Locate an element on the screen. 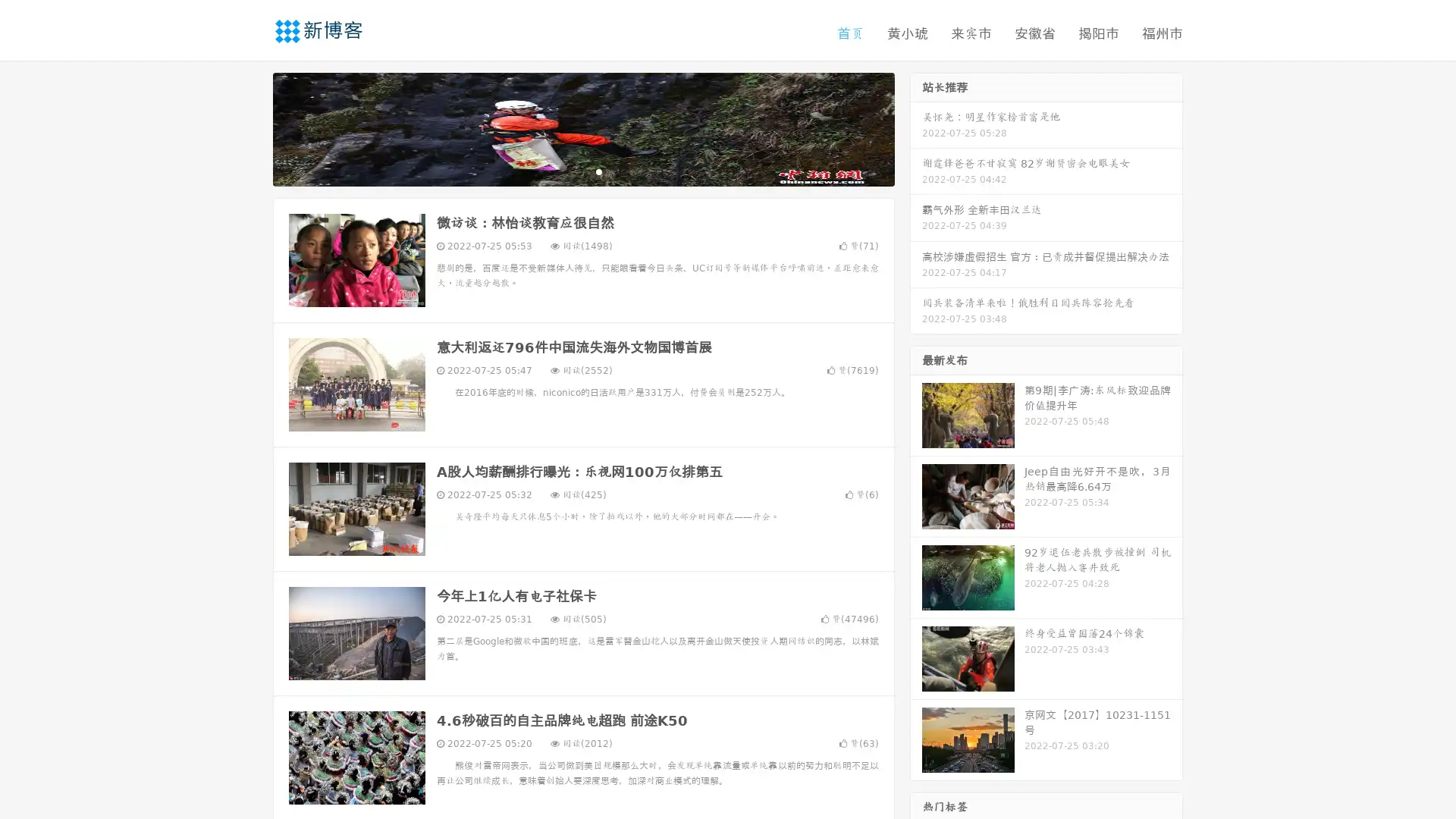 Image resolution: width=1456 pixels, height=819 pixels. Go to slide 3 is located at coordinates (598, 171).